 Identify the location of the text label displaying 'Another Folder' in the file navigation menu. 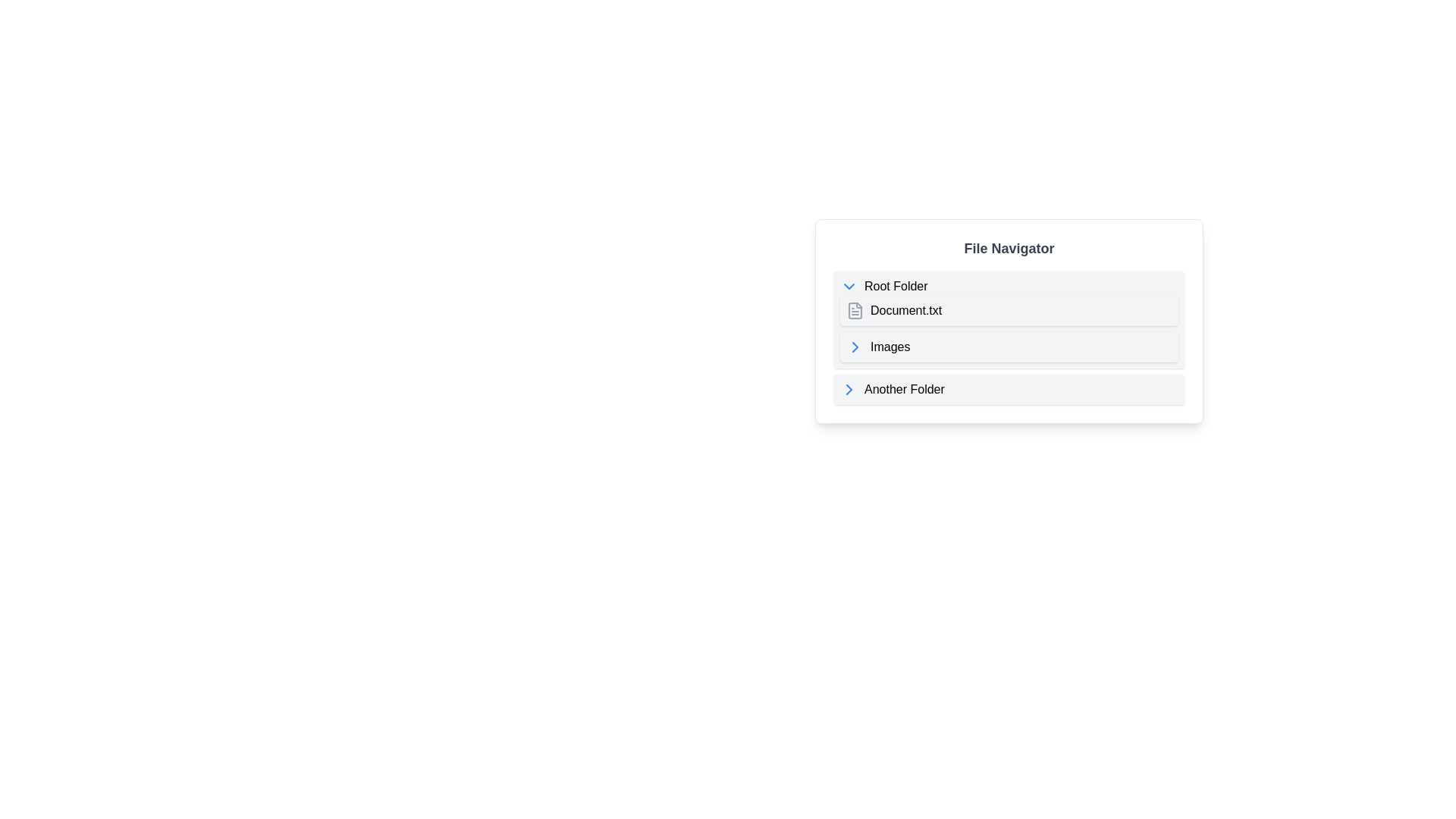
(904, 388).